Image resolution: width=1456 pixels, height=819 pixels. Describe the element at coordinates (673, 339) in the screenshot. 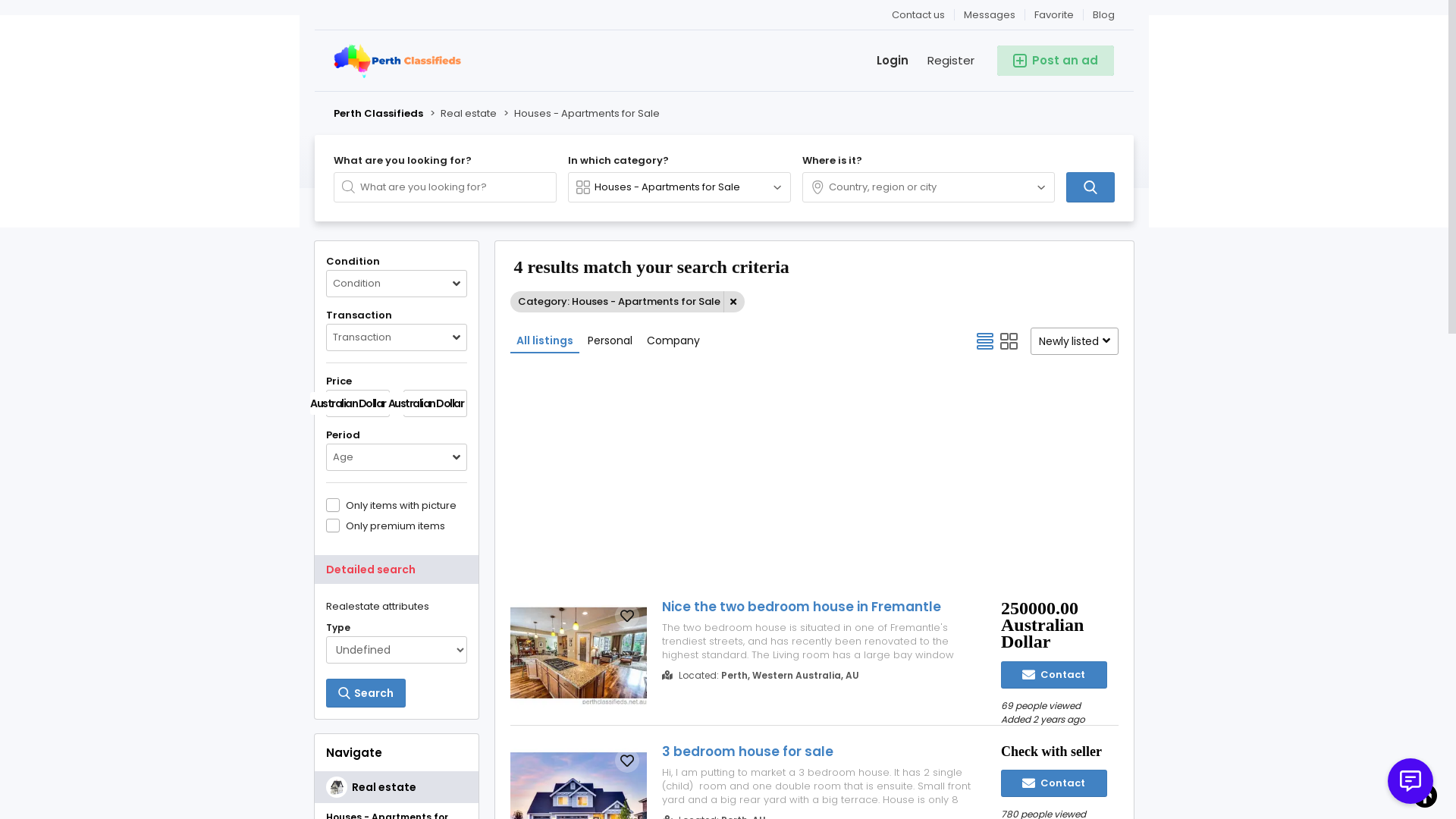

I see `'Company'` at that location.